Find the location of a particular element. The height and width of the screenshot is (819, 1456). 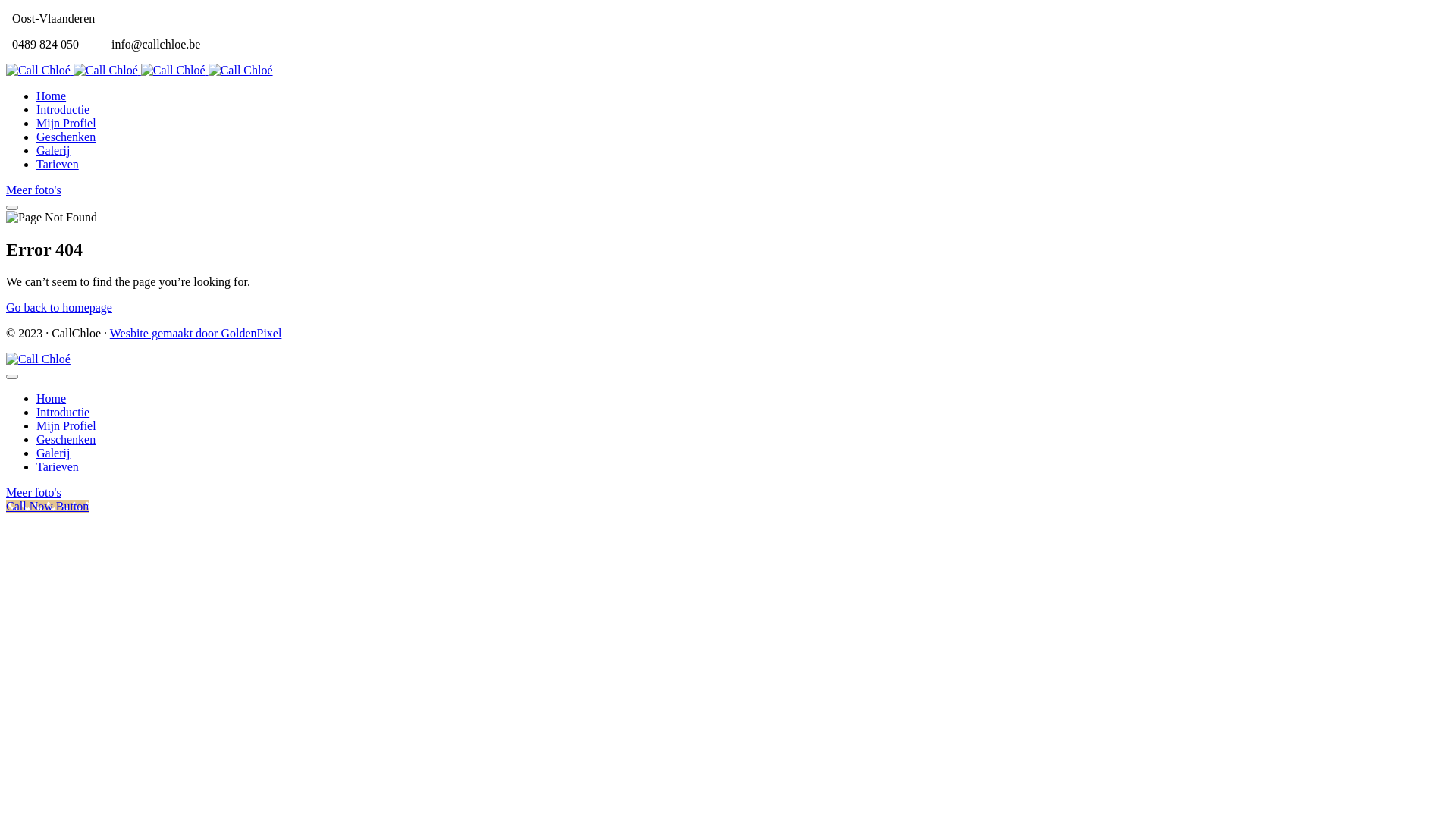

'Tarieven' is located at coordinates (58, 466).